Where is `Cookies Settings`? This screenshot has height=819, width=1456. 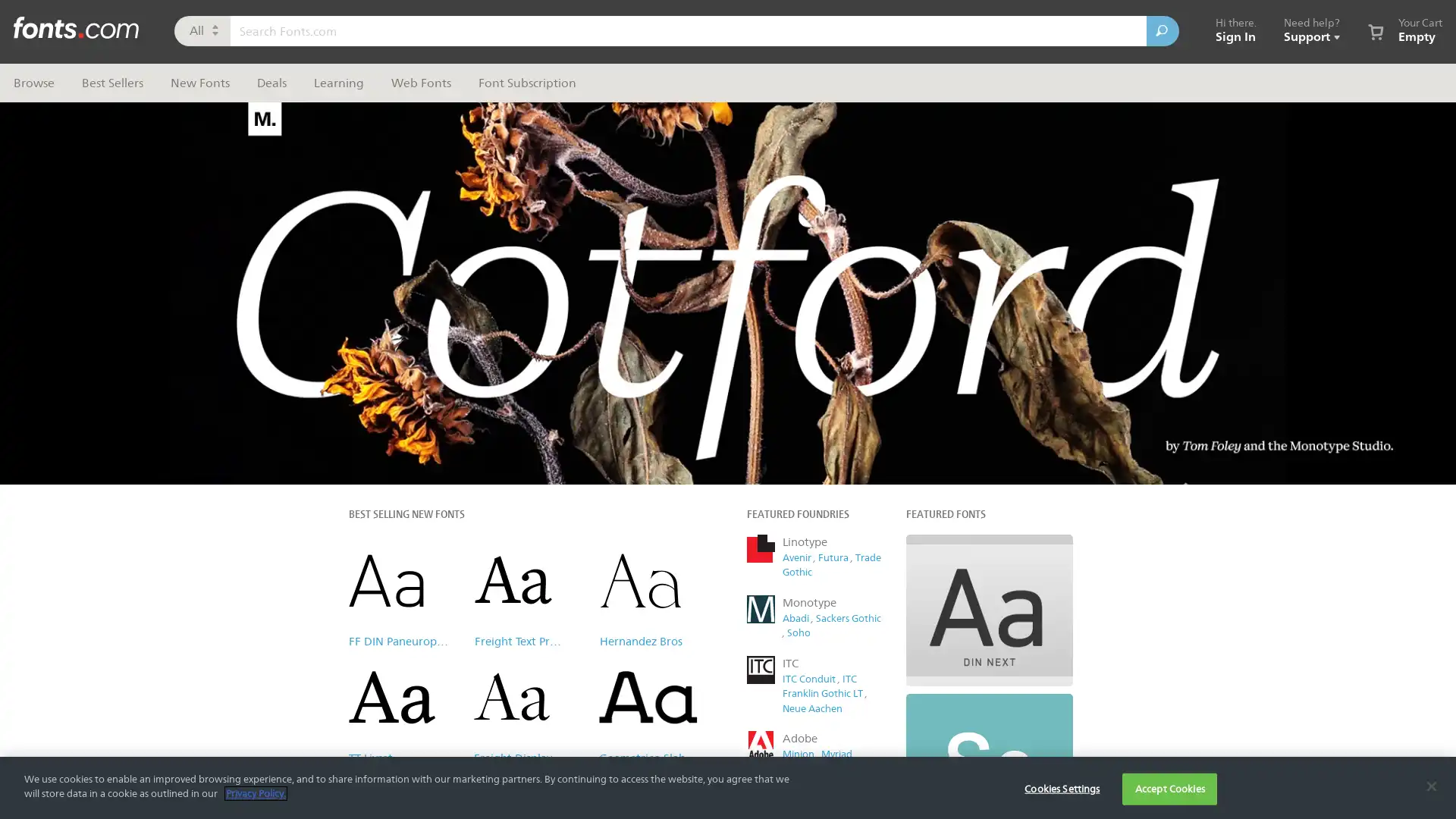 Cookies Settings is located at coordinates (1061, 788).